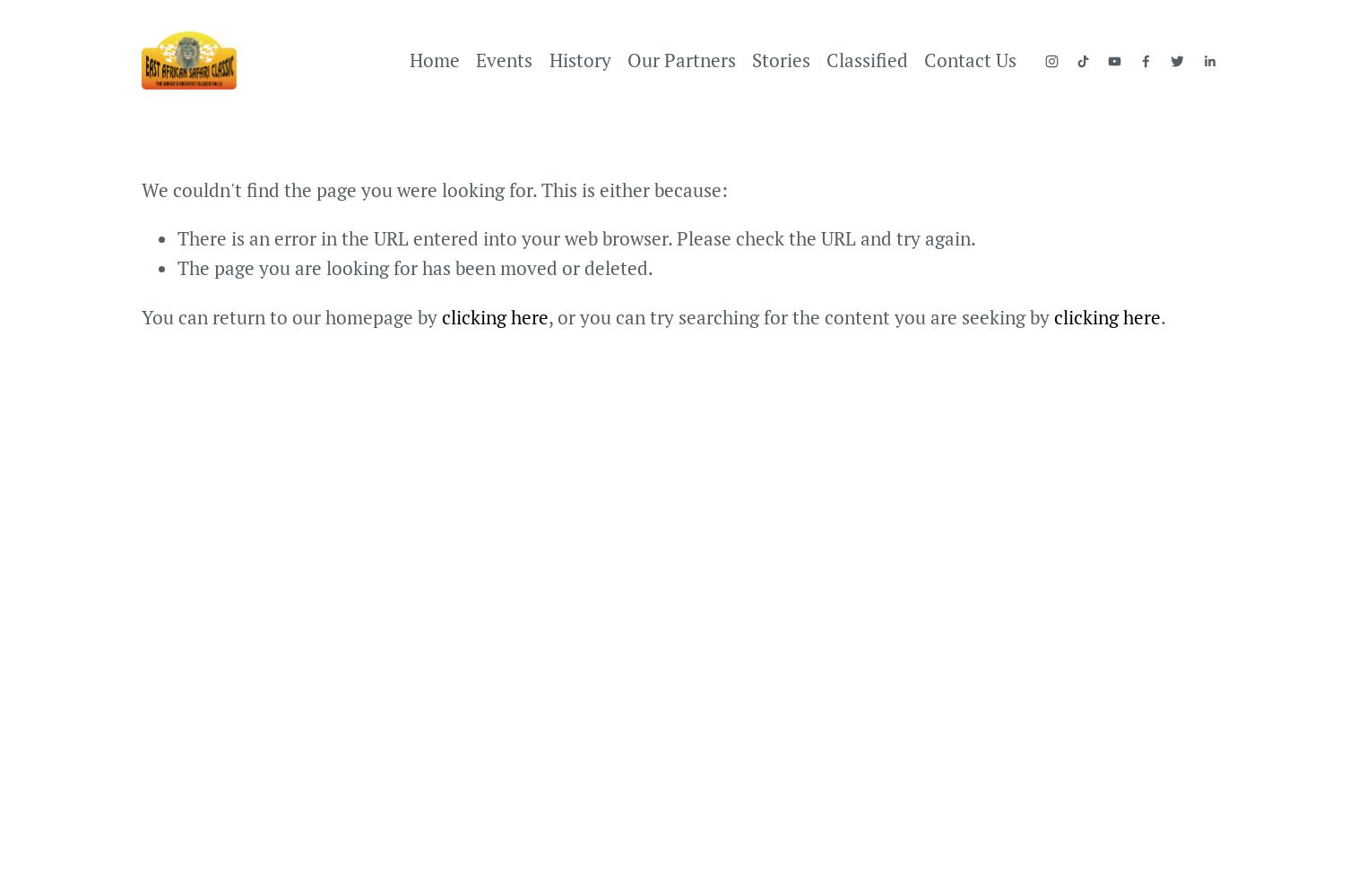 This screenshot has width=1358, height=896. I want to click on 'Classified', so click(867, 58).